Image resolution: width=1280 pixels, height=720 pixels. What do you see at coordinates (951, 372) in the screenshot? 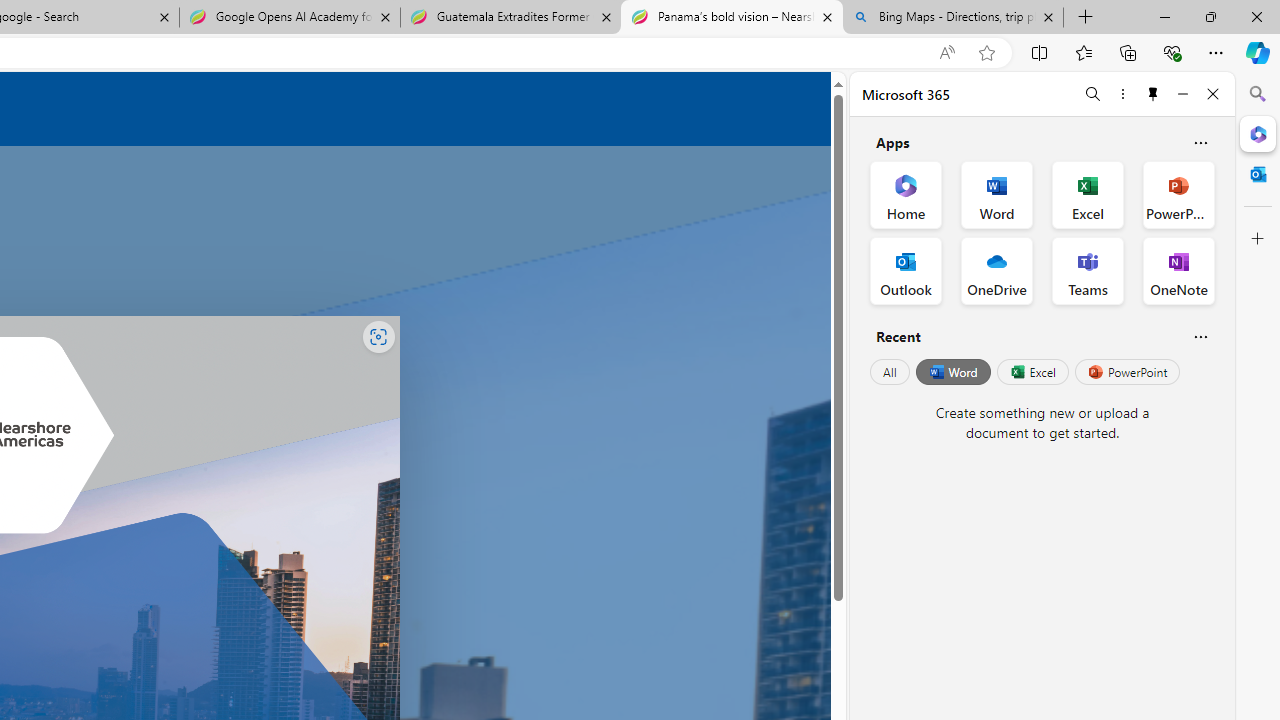
I see `'Word'` at bounding box center [951, 372].